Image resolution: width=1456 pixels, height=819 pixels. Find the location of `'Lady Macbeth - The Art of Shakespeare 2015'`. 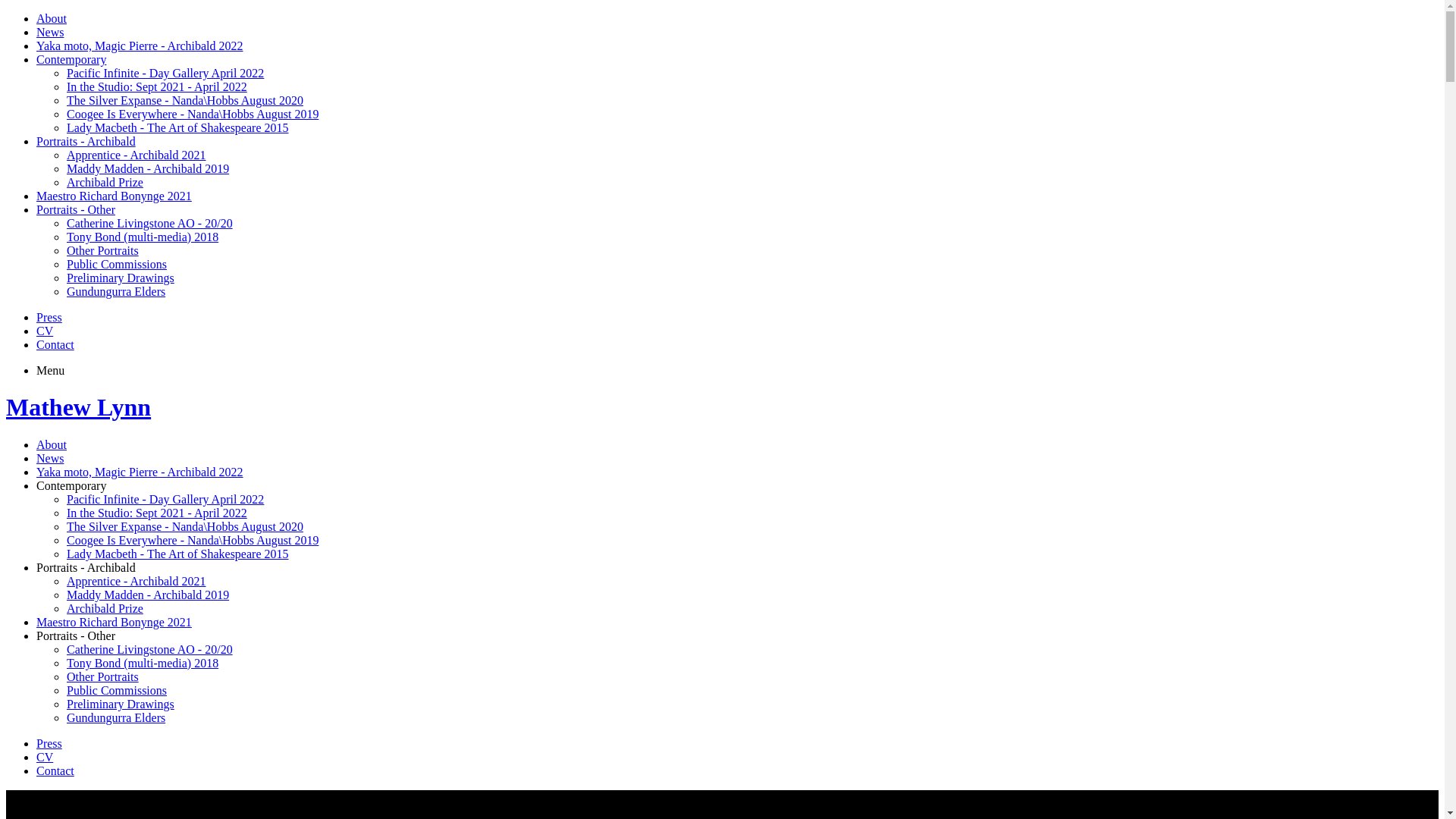

'Lady Macbeth - The Art of Shakespeare 2015' is located at coordinates (177, 127).